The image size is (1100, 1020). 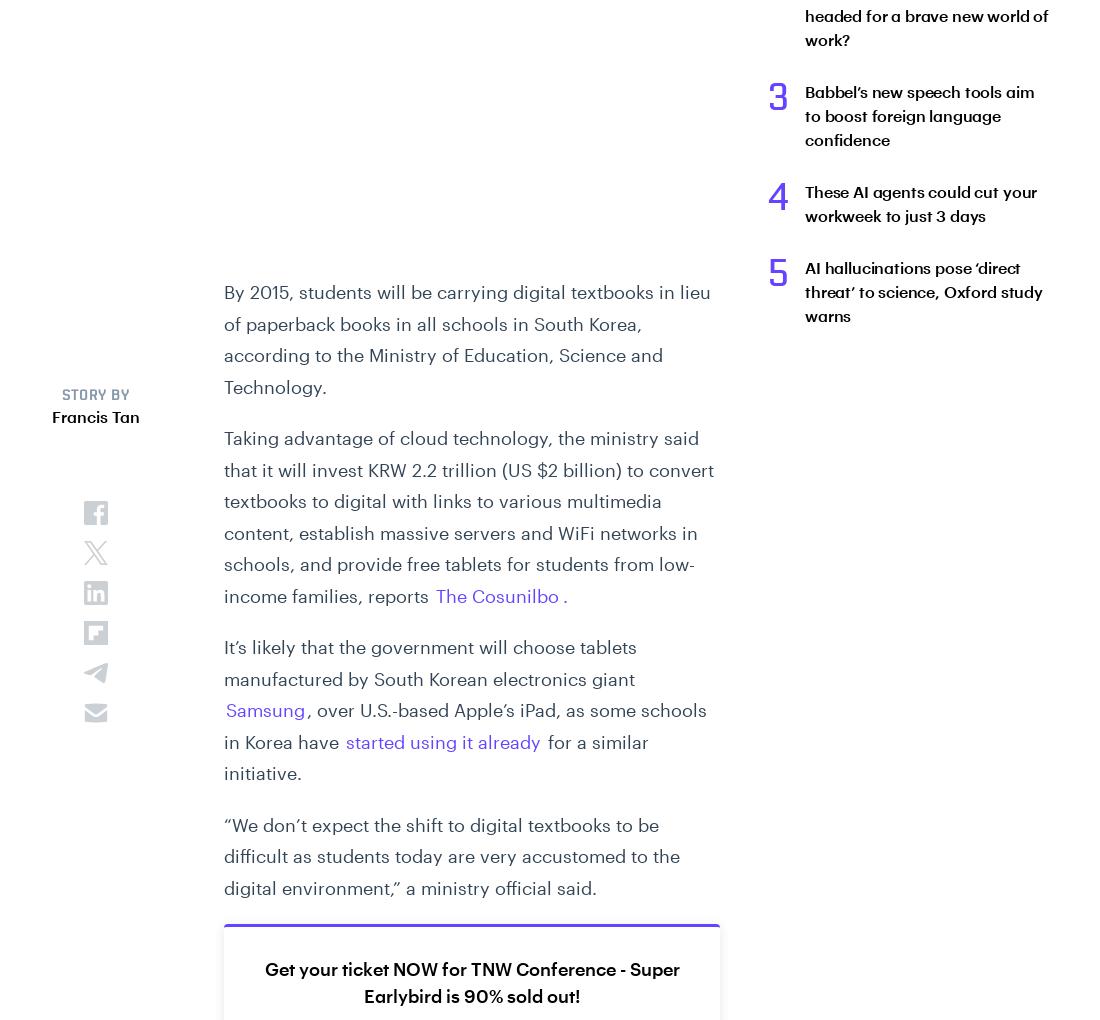 I want to click on 'By 2015, students will be carrying digital textbooks in lieu of paperback books in all schools in South Korea, according to the Ministry of Education, Science and Technology.', so click(x=223, y=339).